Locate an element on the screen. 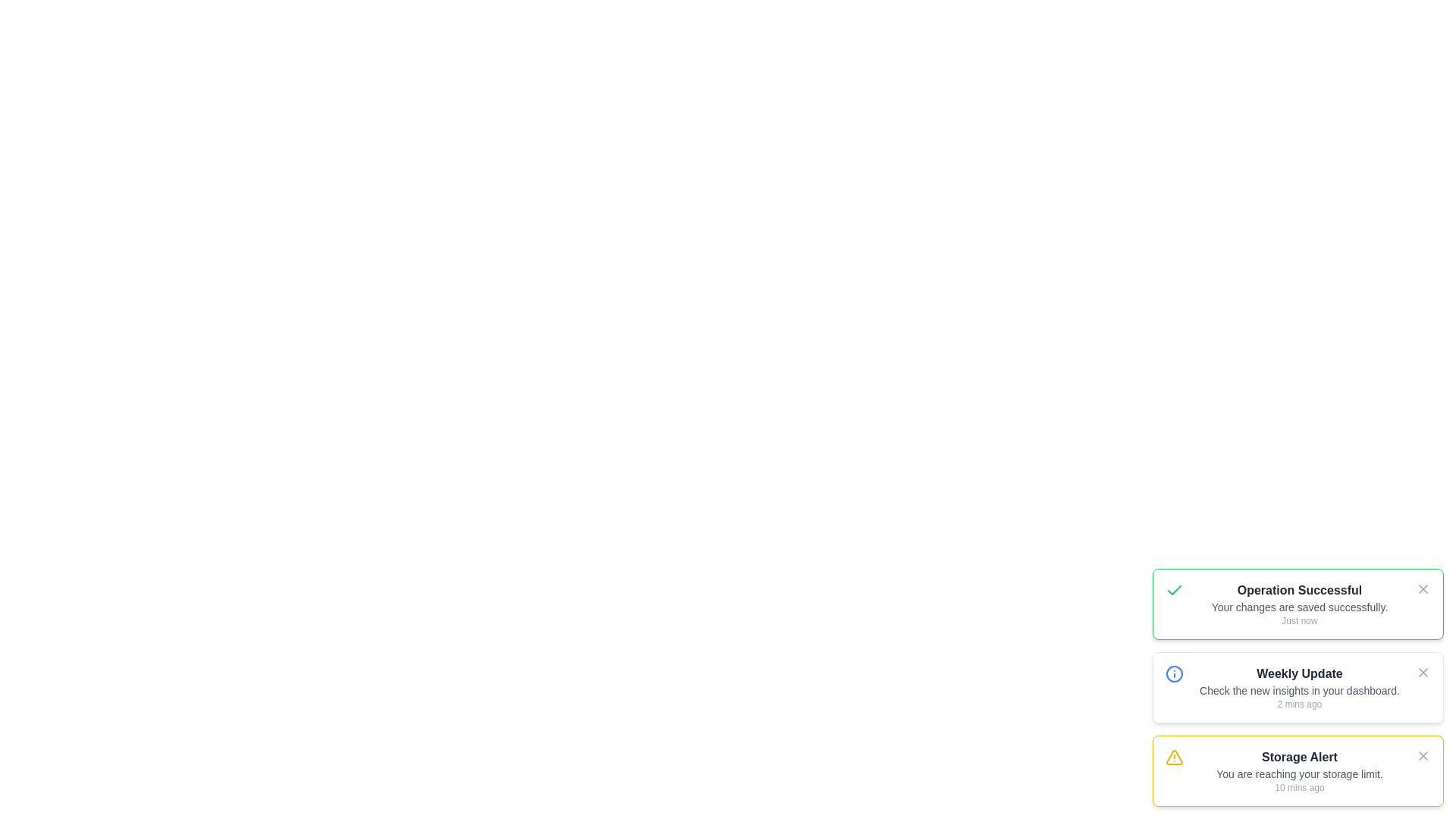  the timestamp Text label located in the last line of the notification box titled 'Operation Successful', which indicates when the notification was generated is located at coordinates (1298, 620).